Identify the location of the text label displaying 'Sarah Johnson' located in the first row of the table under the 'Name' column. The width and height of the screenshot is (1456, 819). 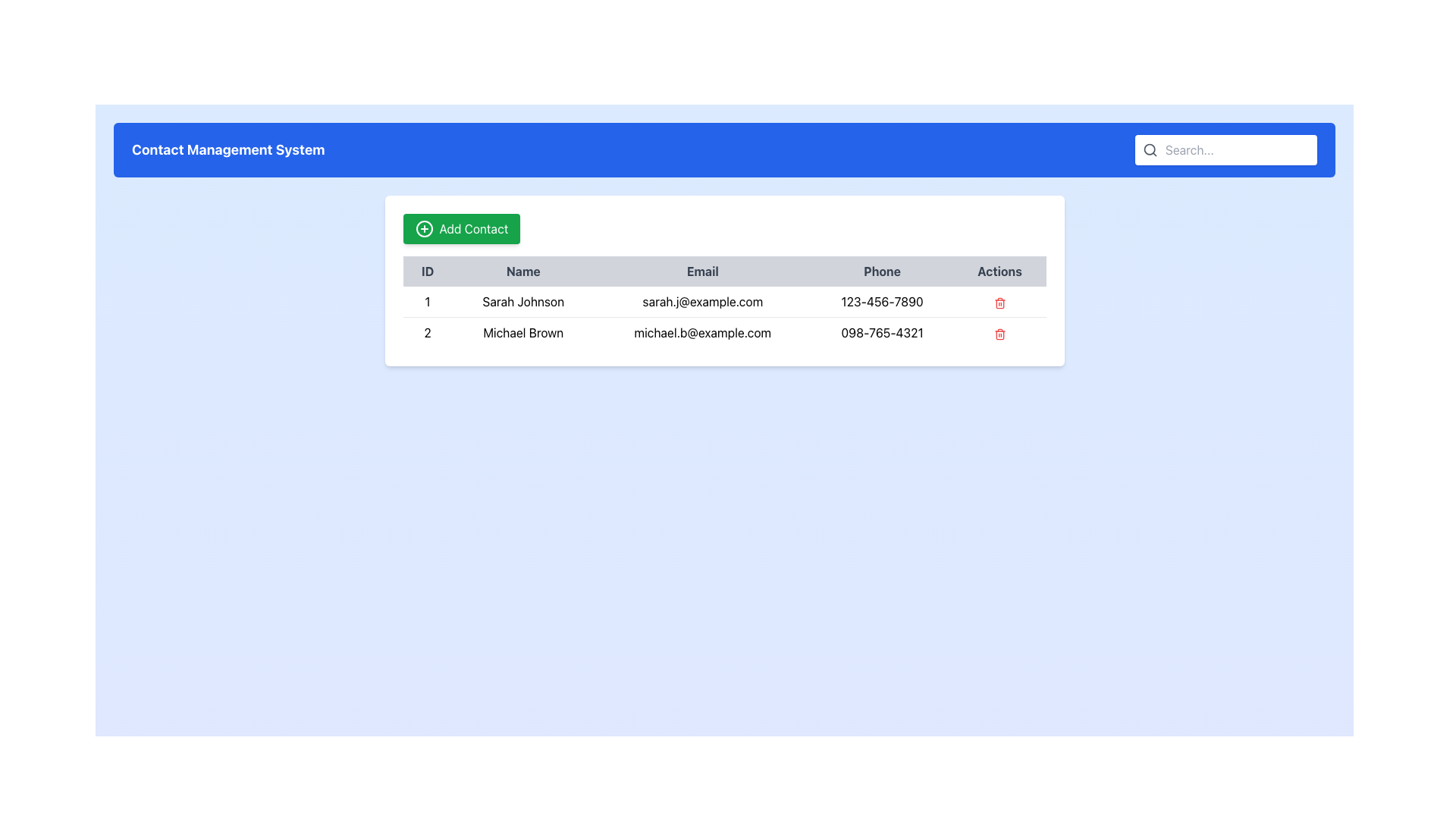
(523, 302).